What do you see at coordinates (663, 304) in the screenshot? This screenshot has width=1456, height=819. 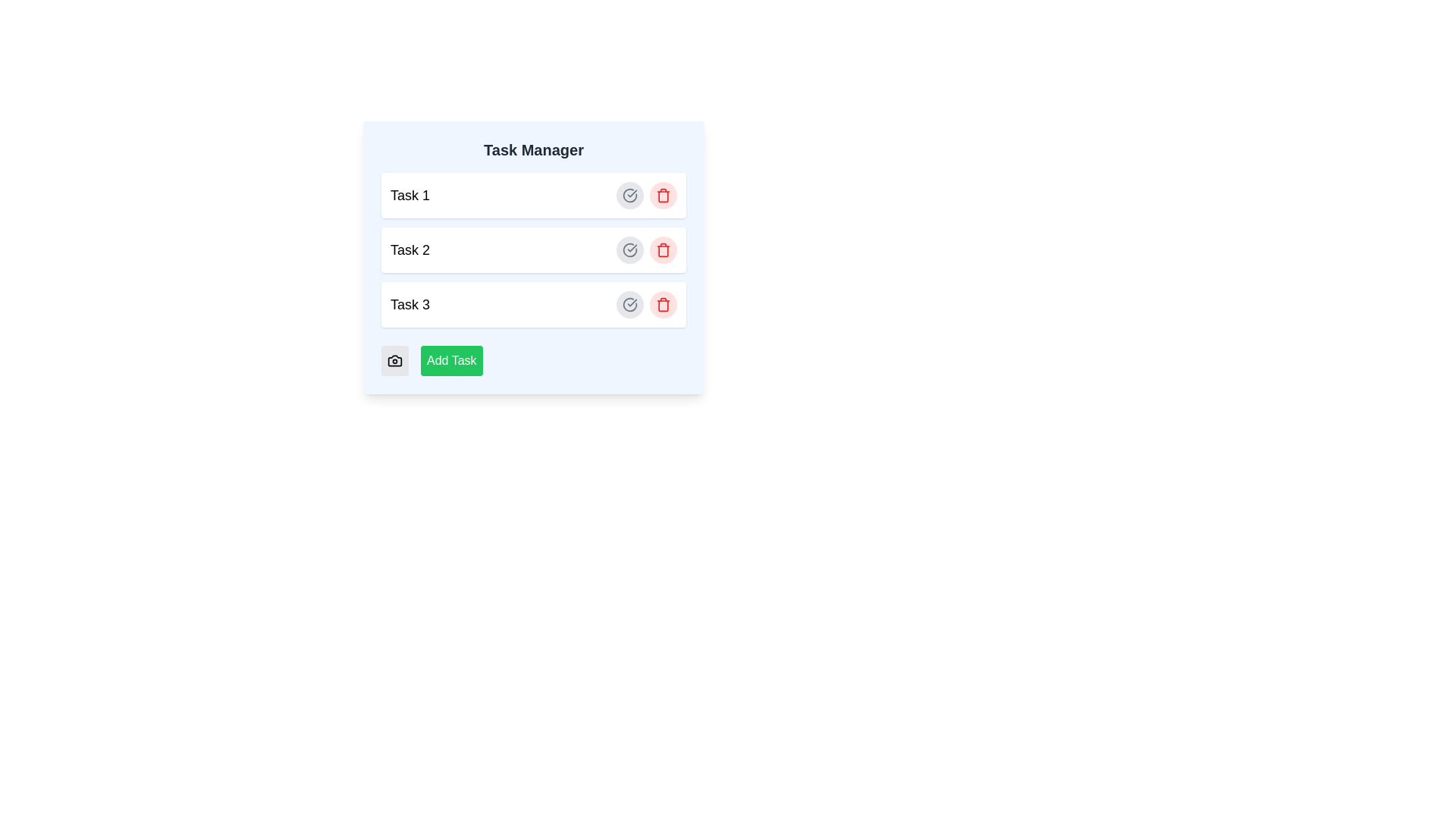 I see `the delete button` at bounding box center [663, 304].